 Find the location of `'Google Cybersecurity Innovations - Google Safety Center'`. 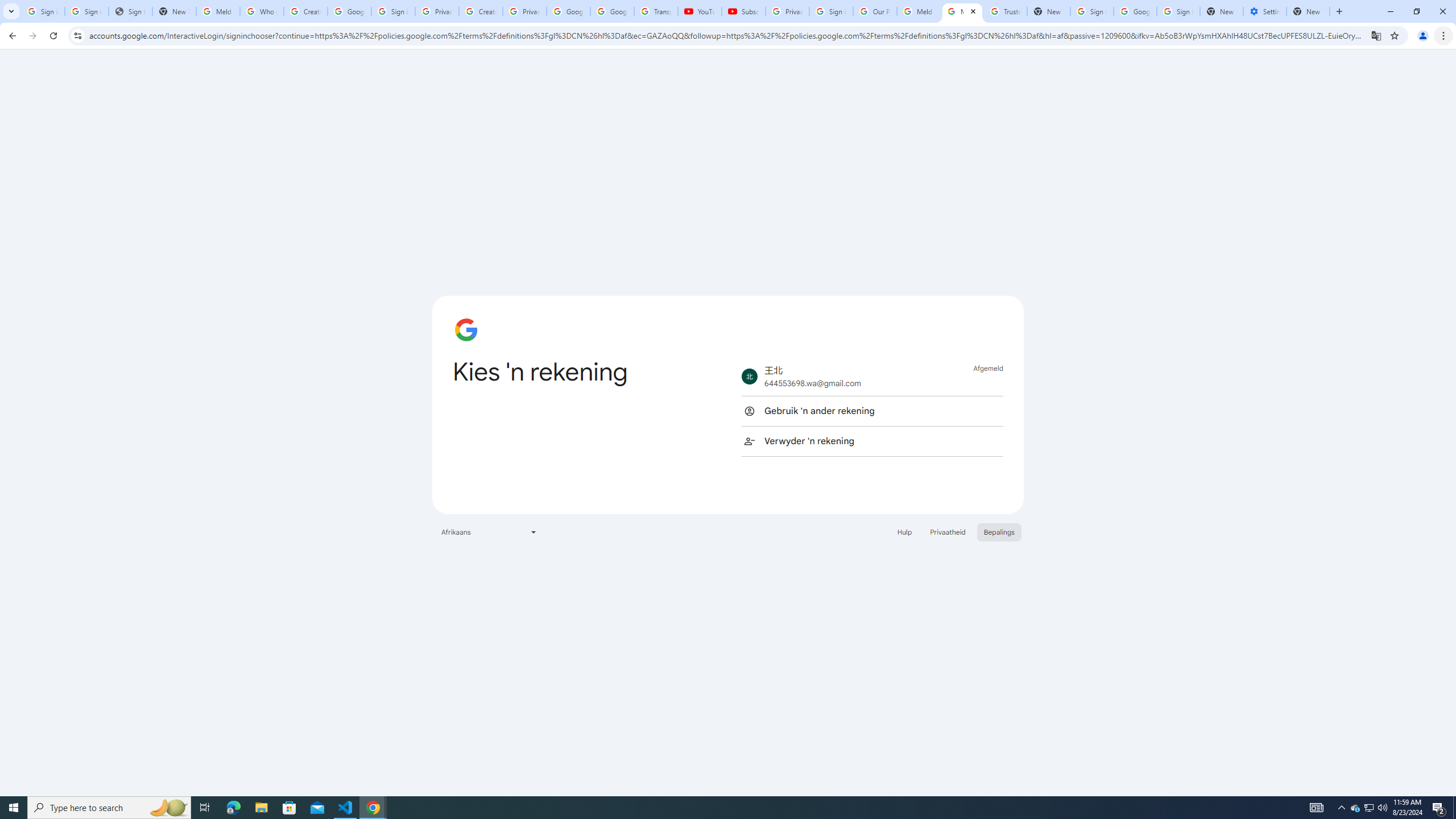

'Google Cybersecurity Innovations - Google Safety Center' is located at coordinates (1134, 11).